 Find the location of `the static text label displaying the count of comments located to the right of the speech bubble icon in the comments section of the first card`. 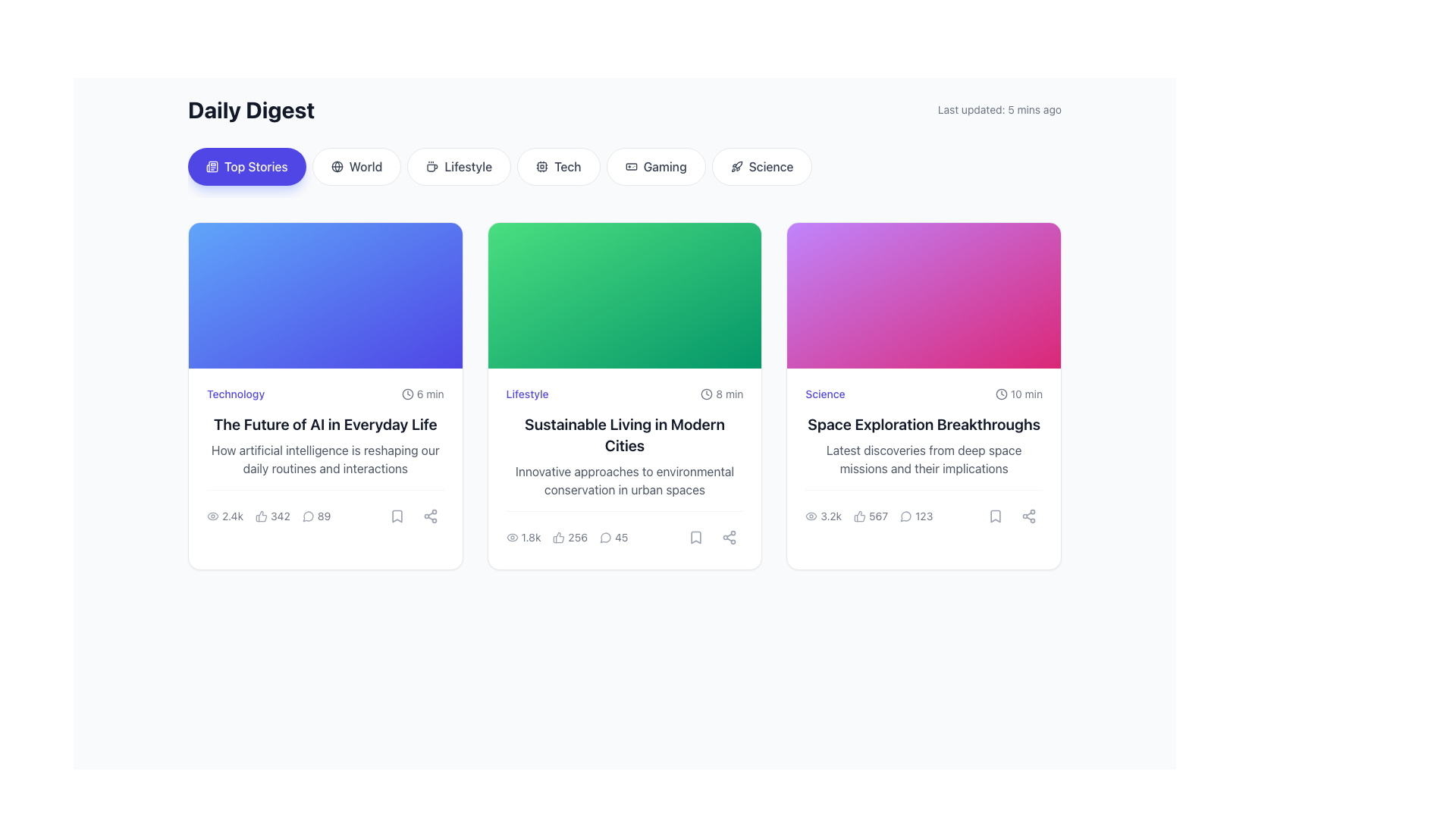

the static text label displaying the count of comments located to the right of the speech bubble icon in the comments section of the first card is located at coordinates (323, 516).